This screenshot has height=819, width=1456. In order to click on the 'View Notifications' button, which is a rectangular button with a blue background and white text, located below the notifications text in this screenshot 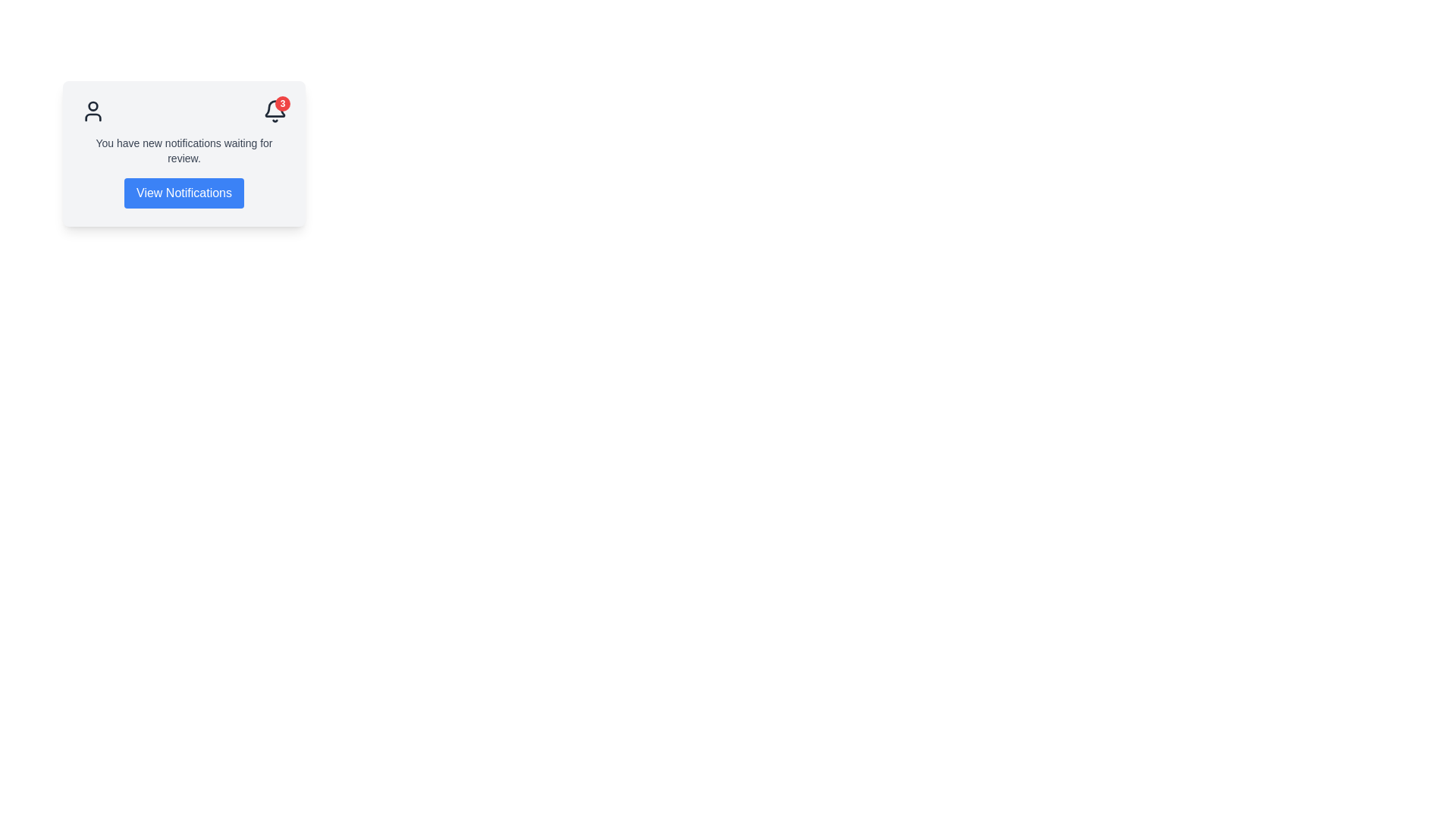, I will do `click(184, 192)`.